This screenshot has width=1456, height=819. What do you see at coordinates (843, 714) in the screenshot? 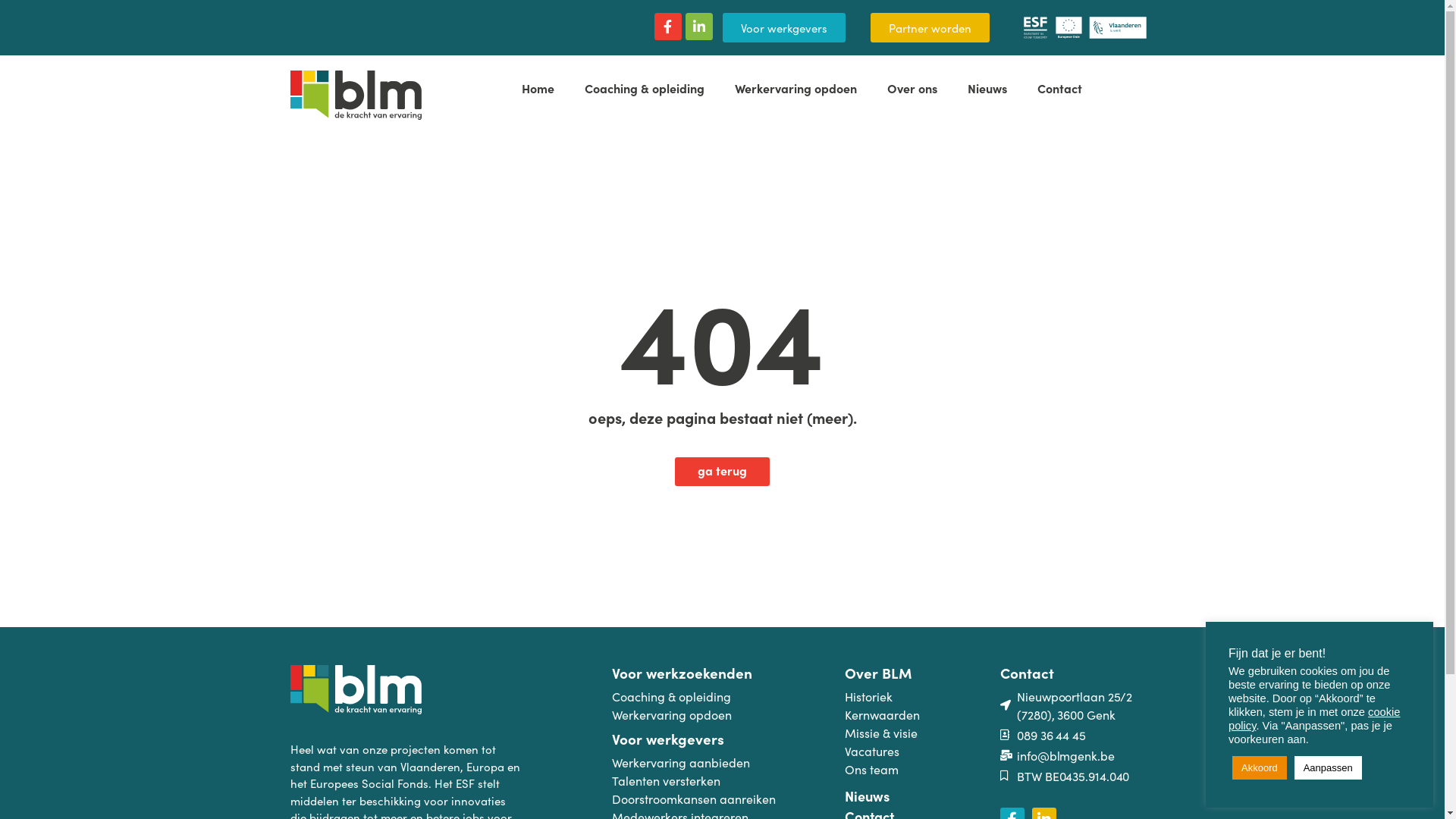
I see `'Kernwaarden'` at bounding box center [843, 714].